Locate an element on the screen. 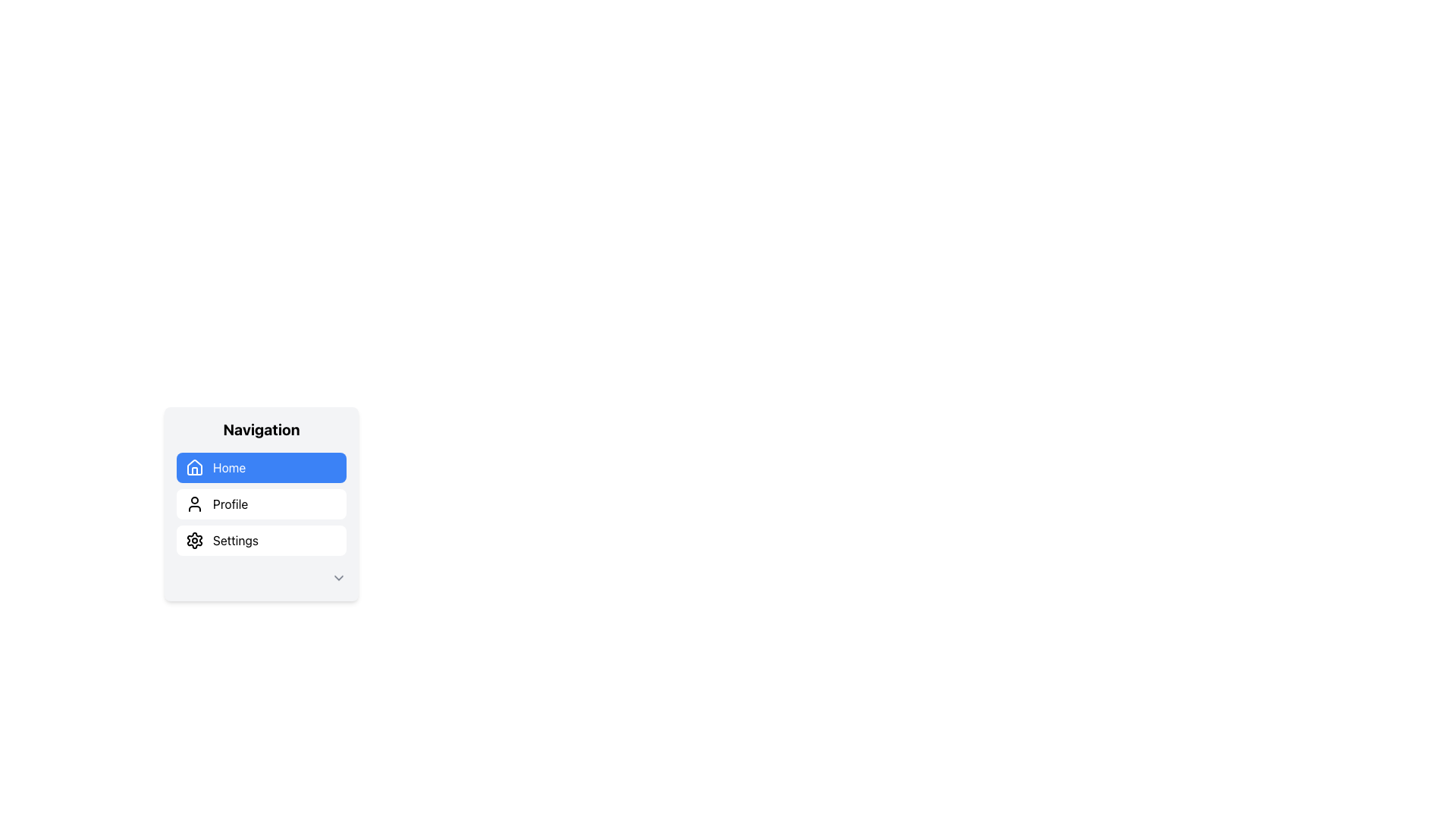 This screenshot has height=819, width=1456. the static text element displaying 'Settings' in the vertical navigation menu, located below the 'Profile' button is located at coordinates (234, 540).